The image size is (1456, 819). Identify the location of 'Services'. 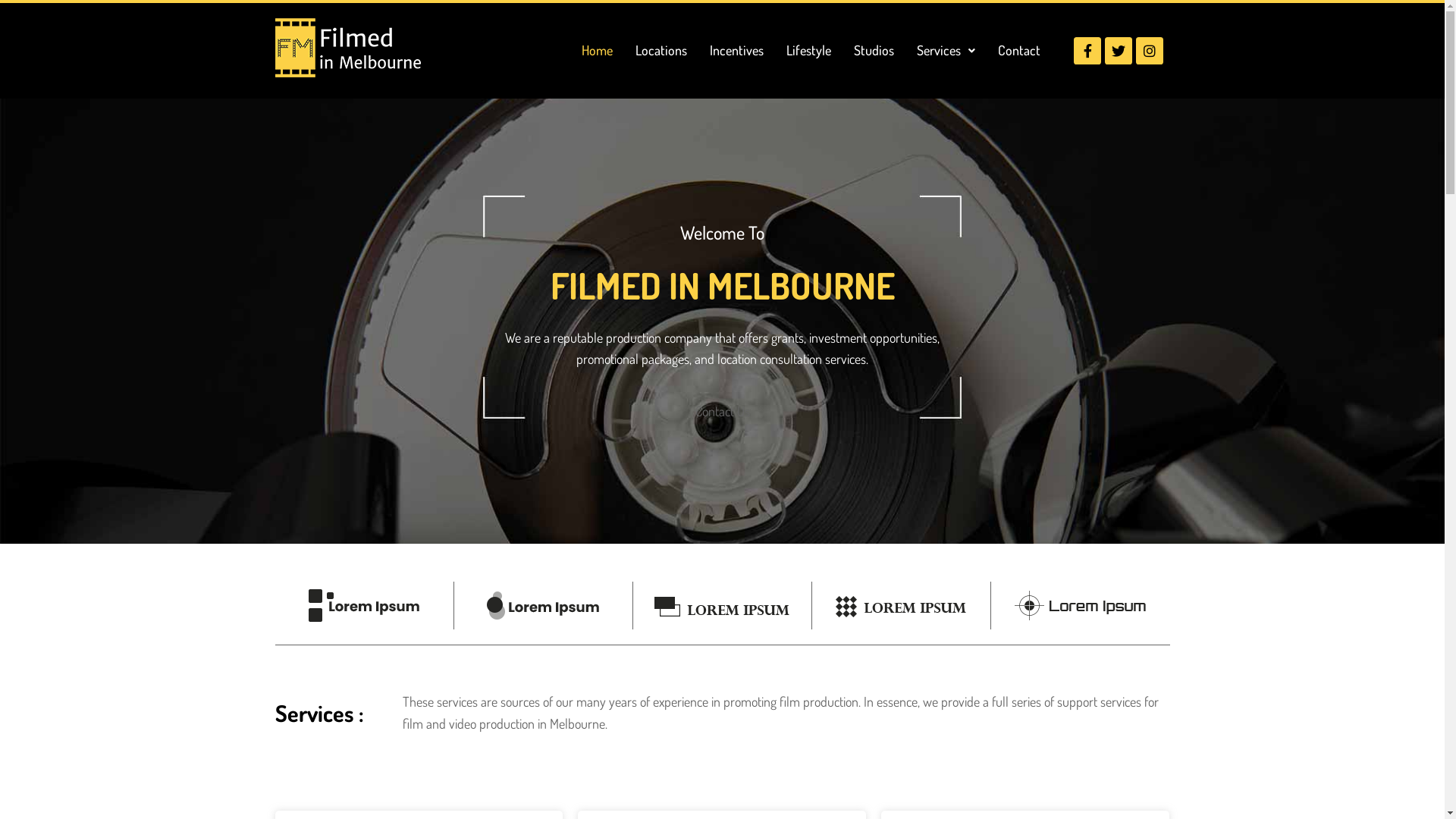
(945, 49).